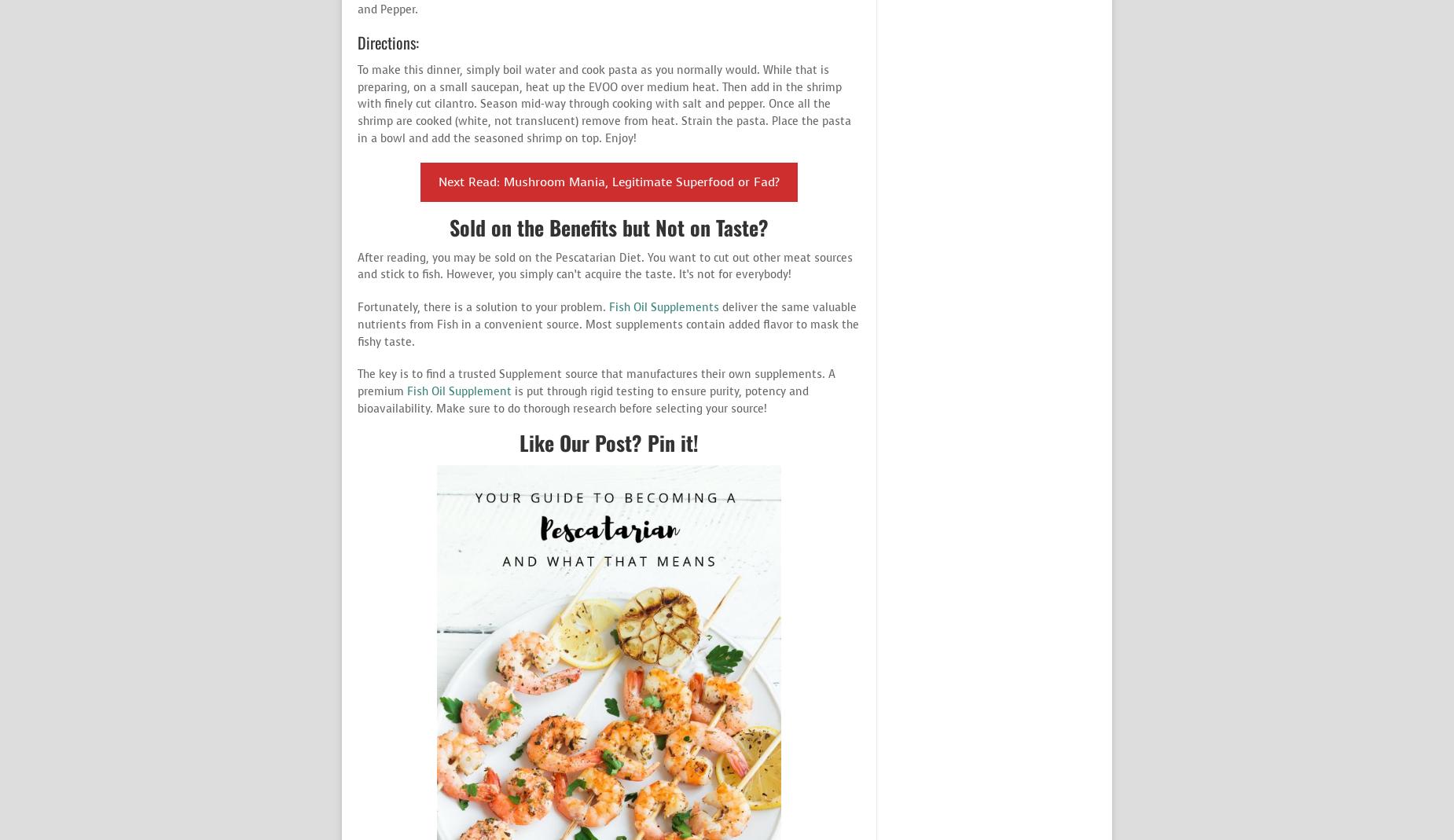  Describe the element at coordinates (665, 307) in the screenshot. I see `'Fish Oil Supplements'` at that location.